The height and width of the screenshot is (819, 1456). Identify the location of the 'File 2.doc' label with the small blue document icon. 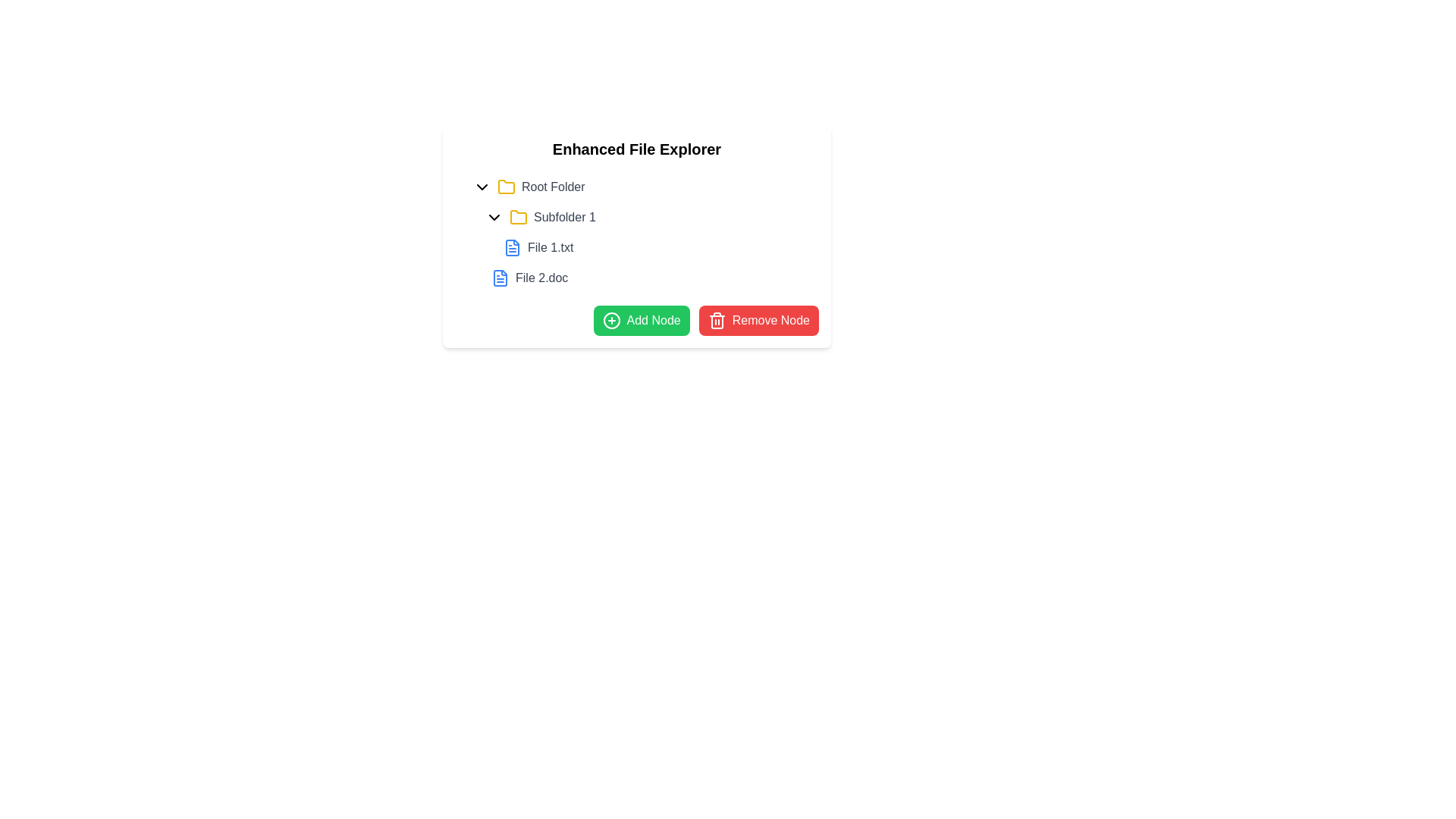
(529, 278).